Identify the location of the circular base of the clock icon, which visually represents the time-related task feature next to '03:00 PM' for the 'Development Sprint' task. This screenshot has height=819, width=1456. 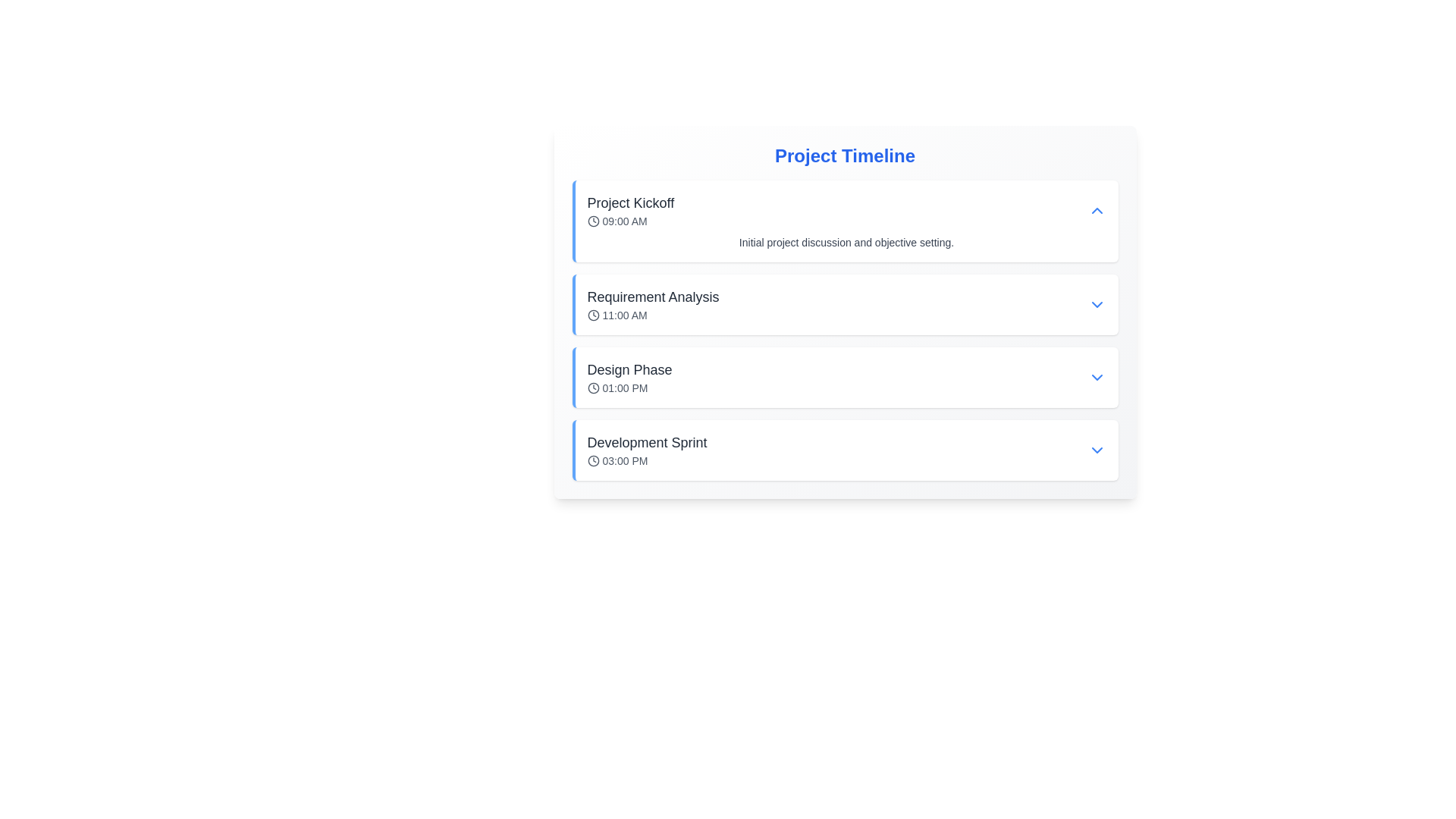
(592, 460).